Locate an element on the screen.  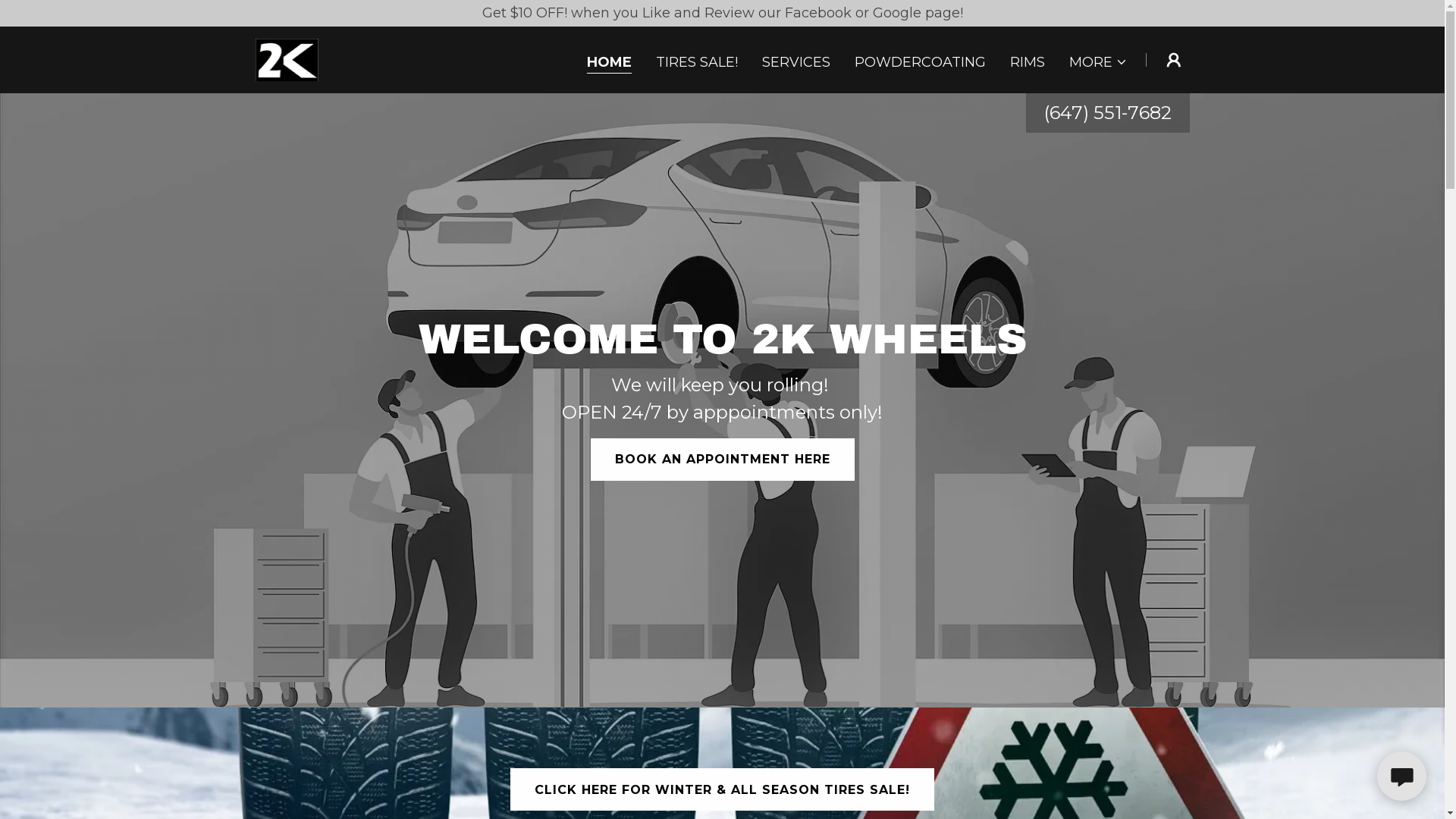
'CLICK HERE FOR WINTER & ALL SEASON TIRES SALE!' is located at coordinates (721, 789).